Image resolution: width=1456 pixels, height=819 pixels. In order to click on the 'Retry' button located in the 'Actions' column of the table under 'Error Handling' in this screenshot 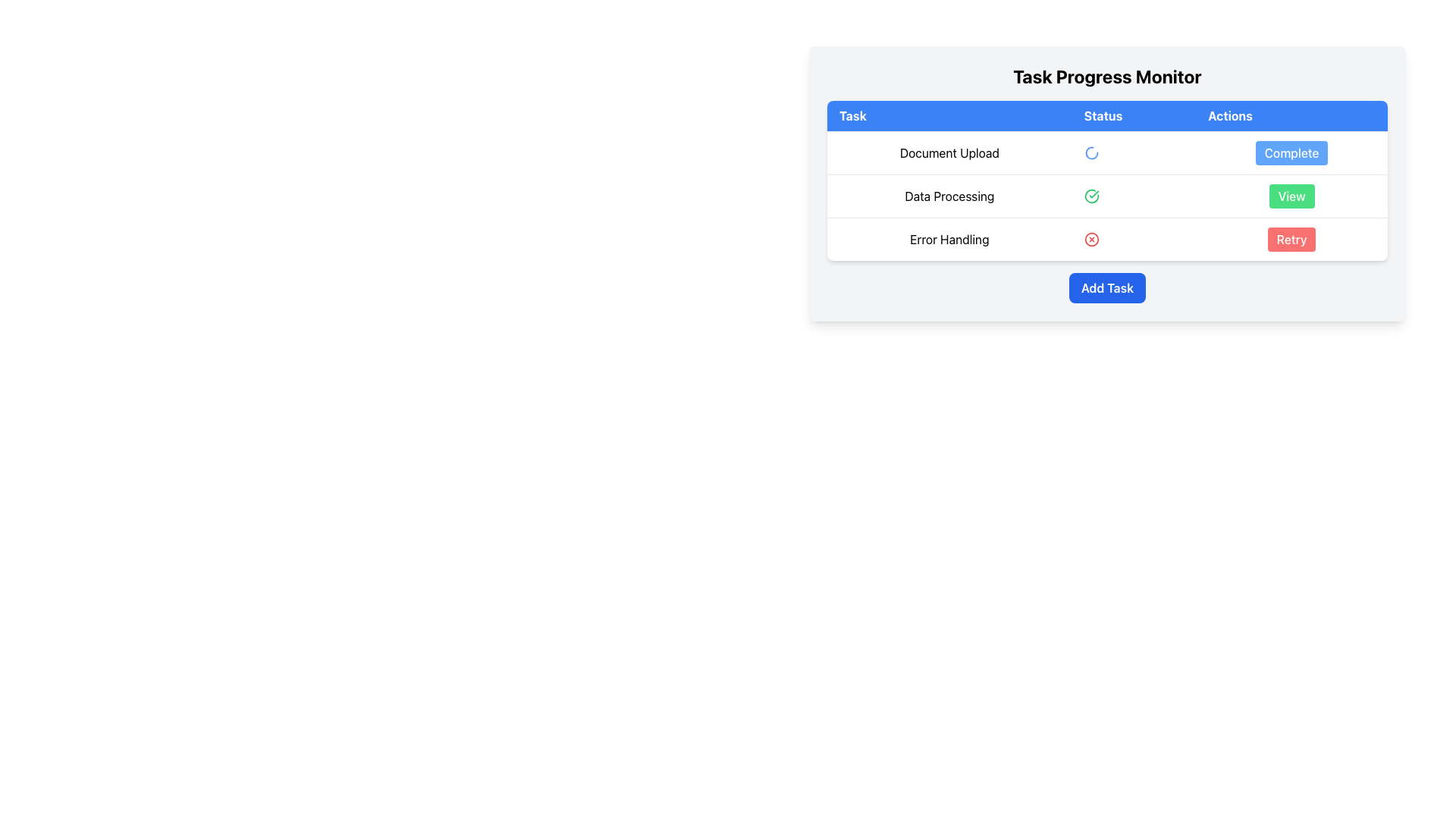, I will do `click(1291, 239)`.